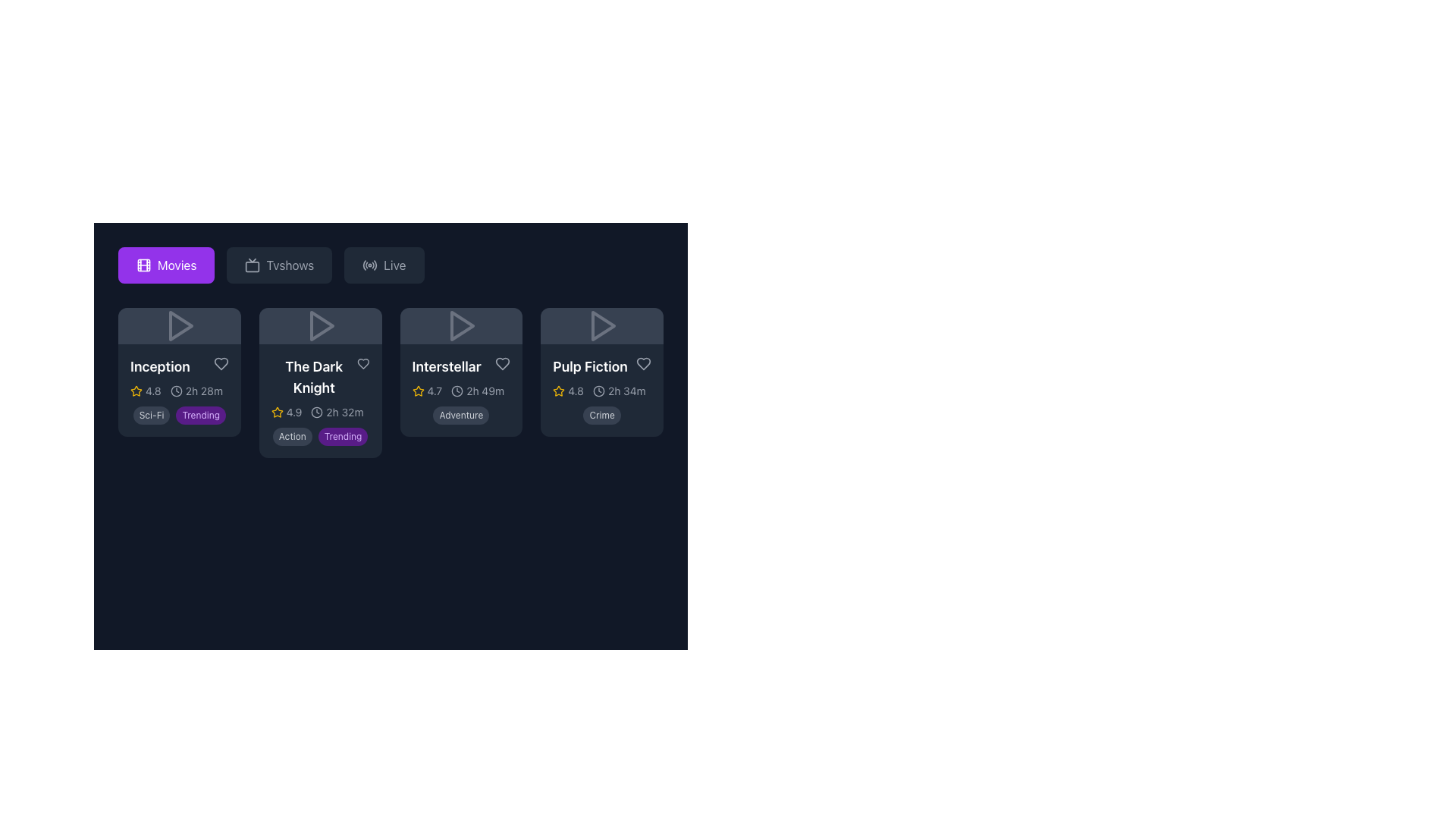  What do you see at coordinates (179, 415) in the screenshot?
I see `the non-interactive text label displaying 'Sci-Fi Trending' which is located below the 'Inception' card in the movie grid layout` at bounding box center [179, 415].